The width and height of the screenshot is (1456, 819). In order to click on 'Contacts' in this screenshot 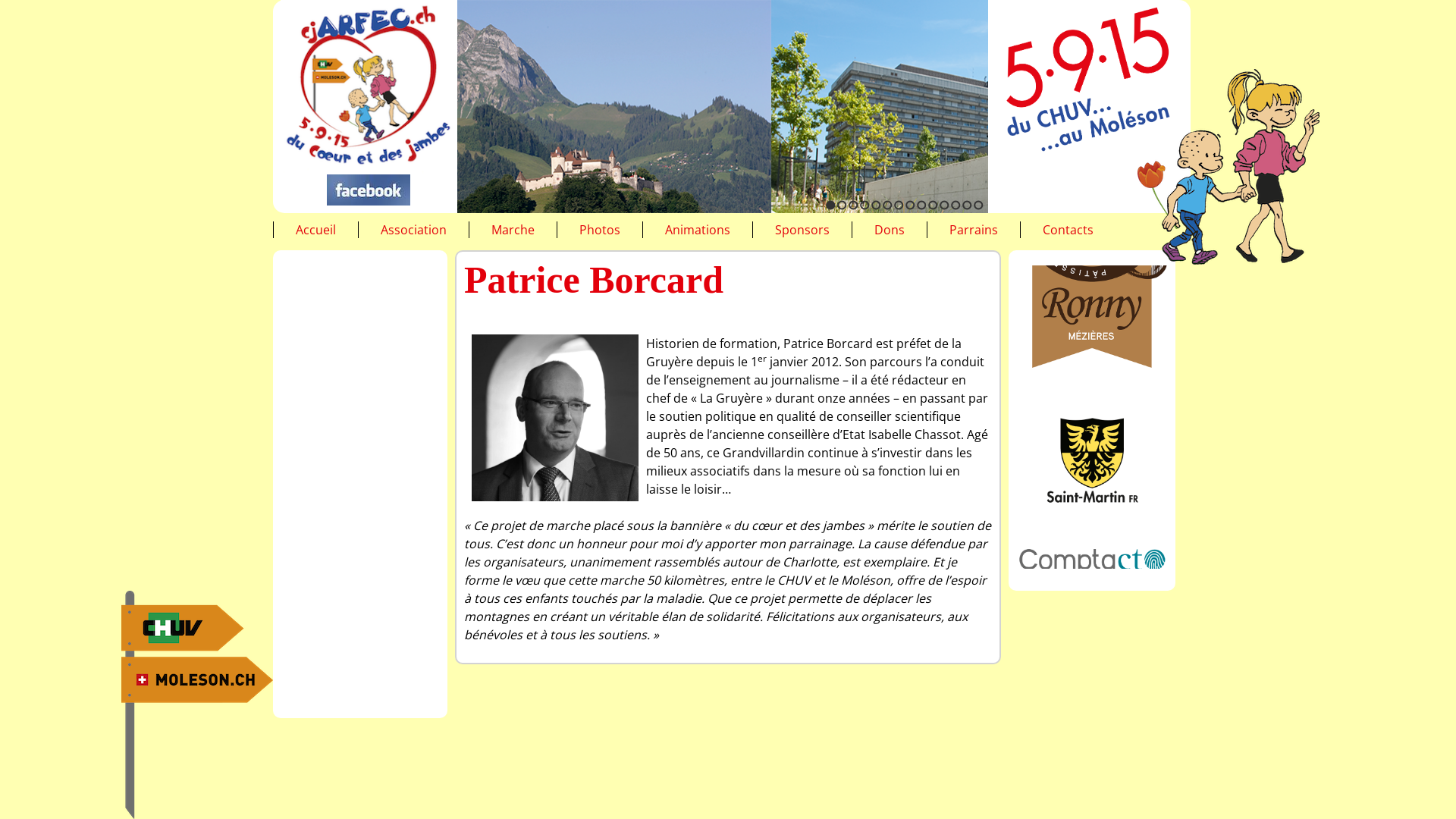, I will do `click(1067, 230)`.